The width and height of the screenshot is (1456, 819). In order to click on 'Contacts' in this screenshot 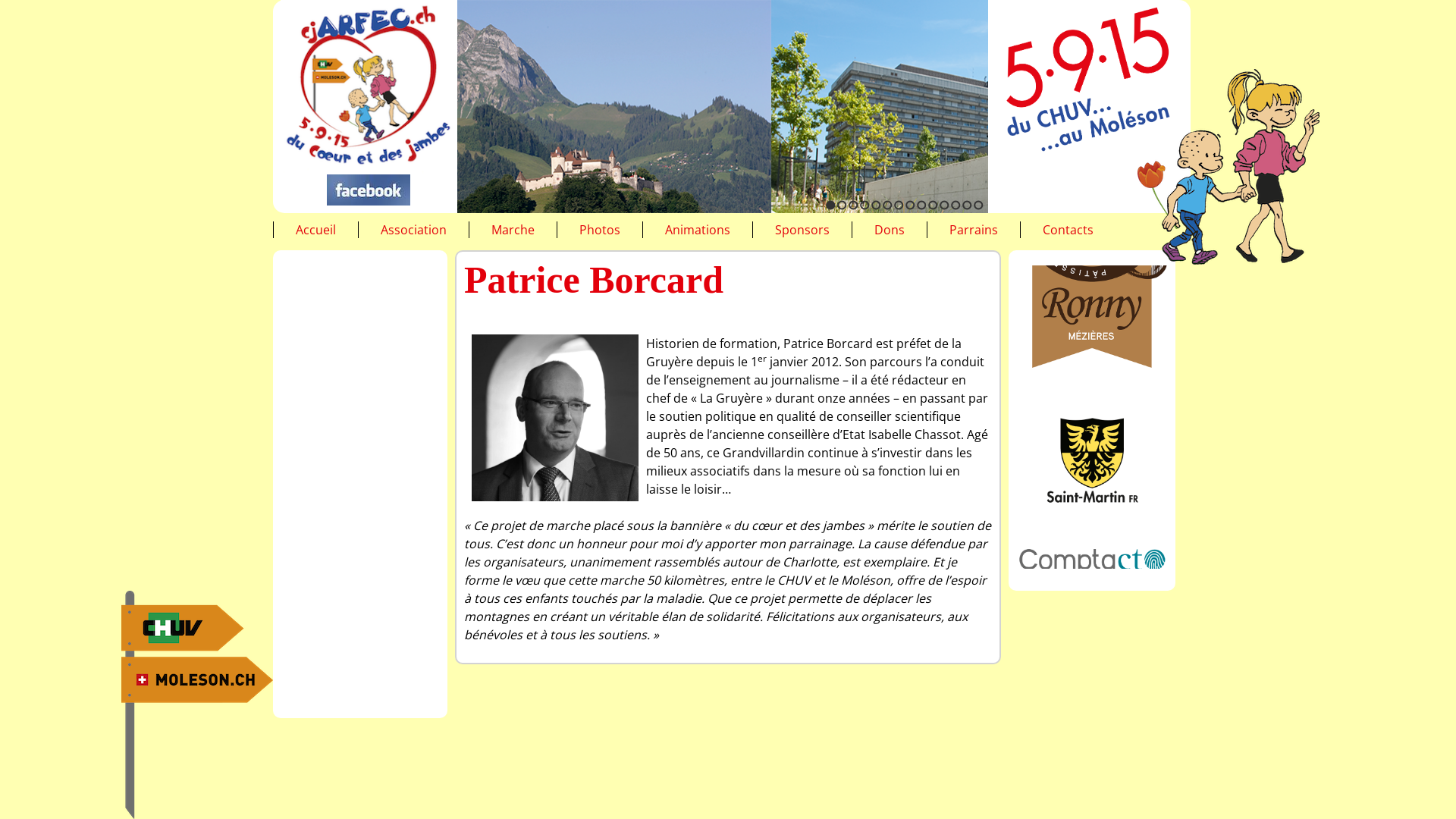, I will do `click(1067, 230)`.